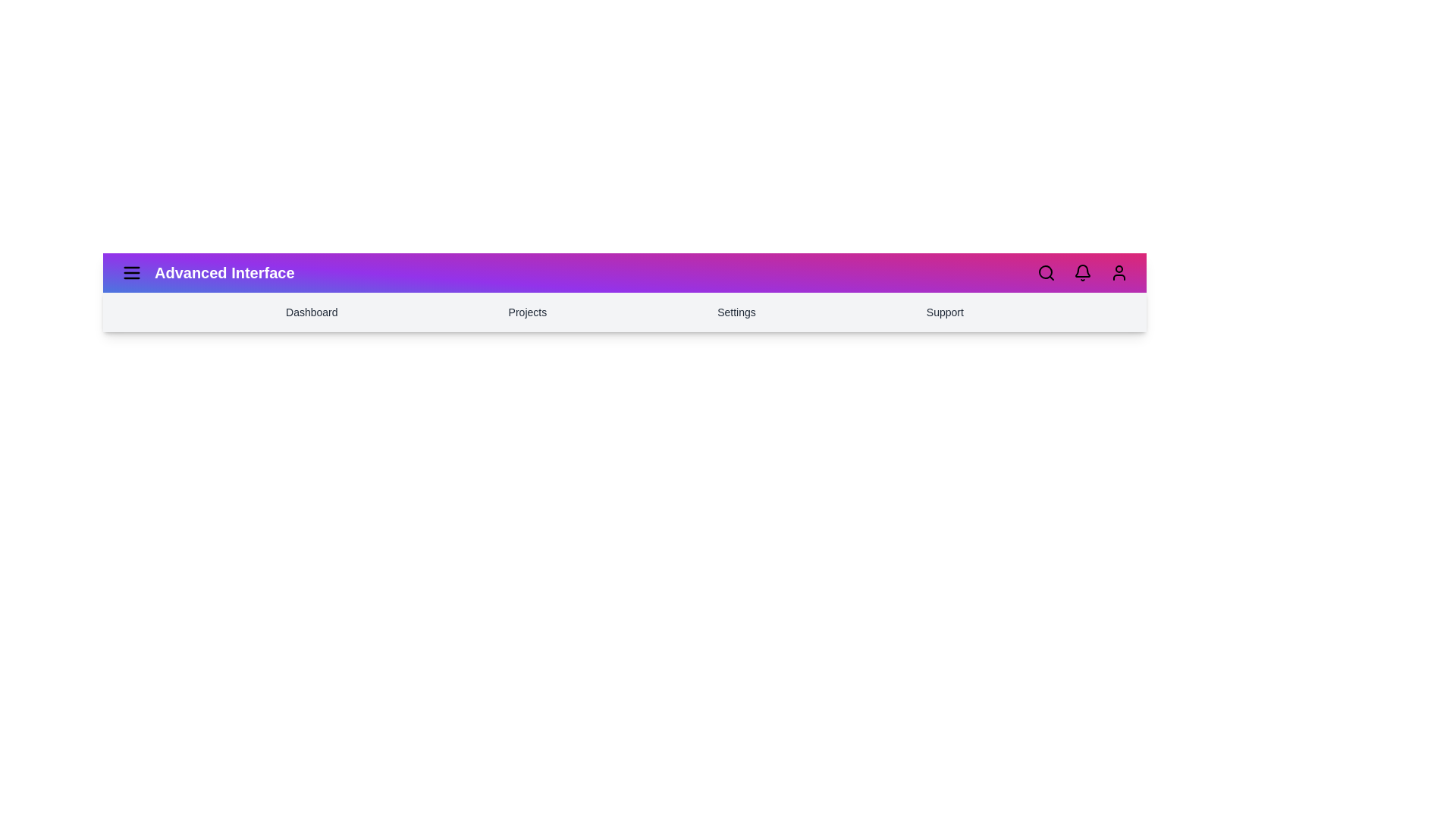  Describe the element at coordinates (1046, 271) in the screenshot. I see `the 'Search' icon to initiate a search action` at that location.